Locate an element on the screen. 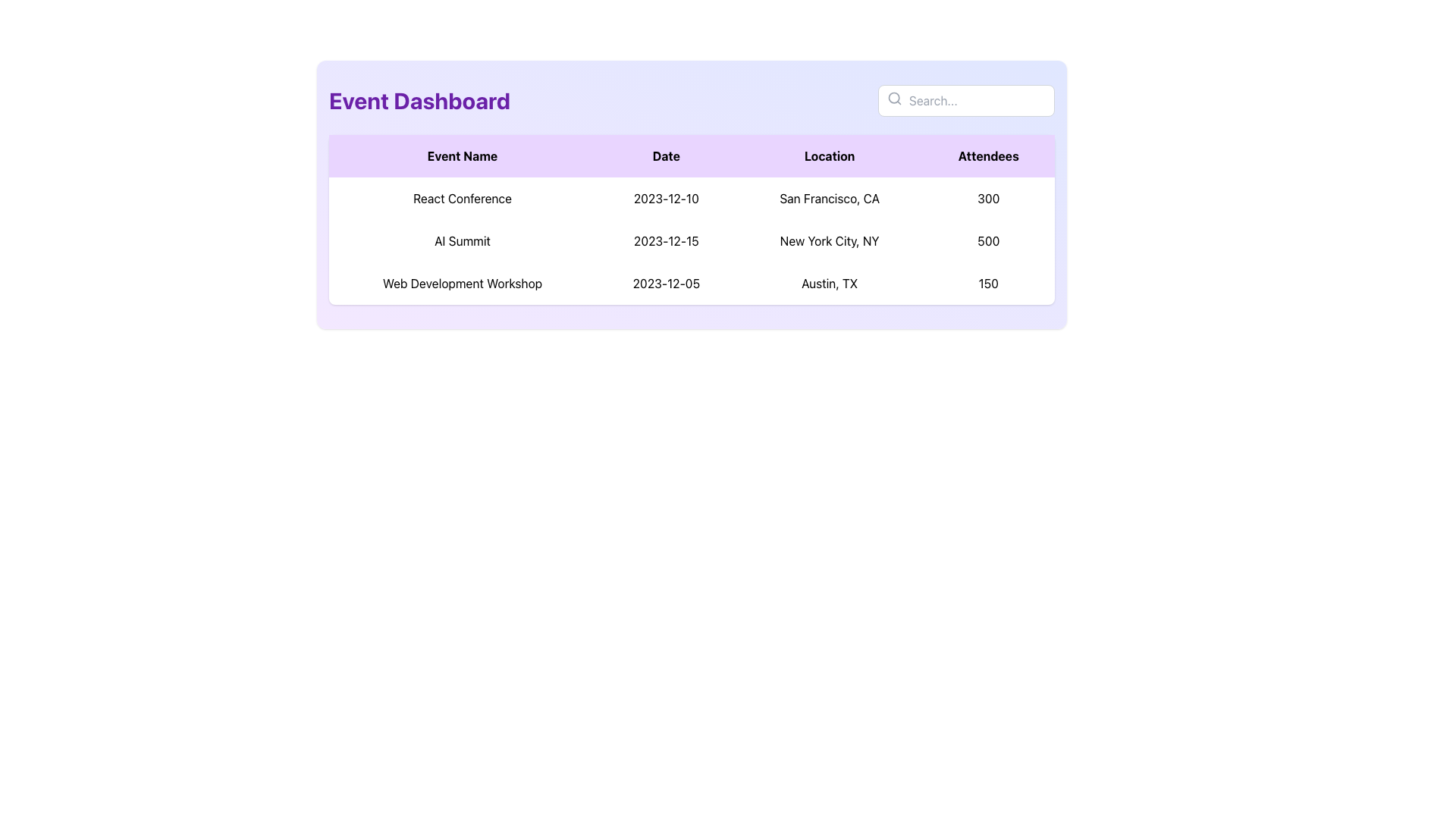 Image resolution: width=1456 pixels, height=819 pixels. the third row of the event details table displaying 'Web Development Workshop', '2023-12-05', 'Austin, TX', and '150' is located at coordinates (691, 284).